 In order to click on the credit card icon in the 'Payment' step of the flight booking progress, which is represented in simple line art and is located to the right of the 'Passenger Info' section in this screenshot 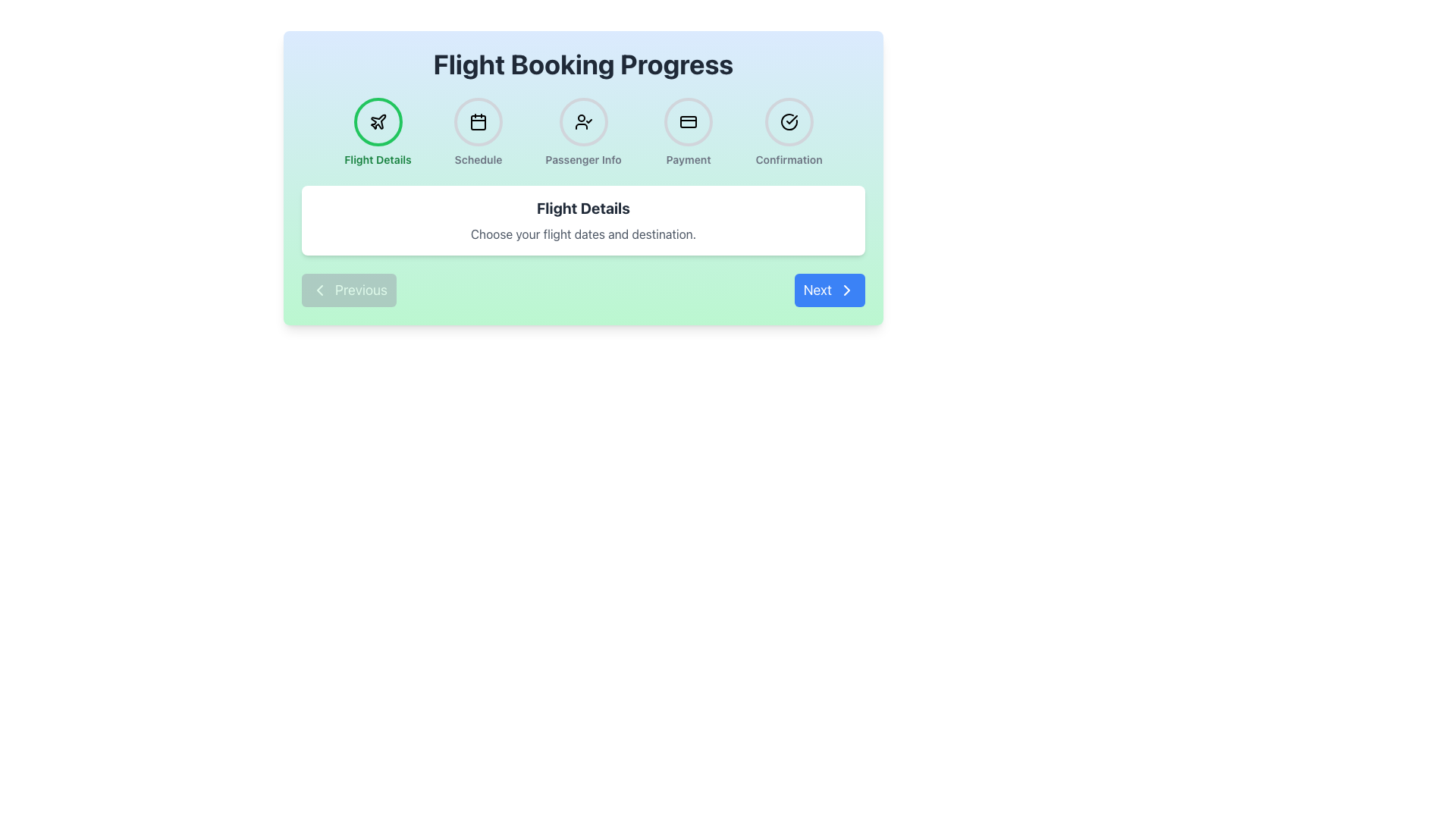, I will do `click(688, 121)`.